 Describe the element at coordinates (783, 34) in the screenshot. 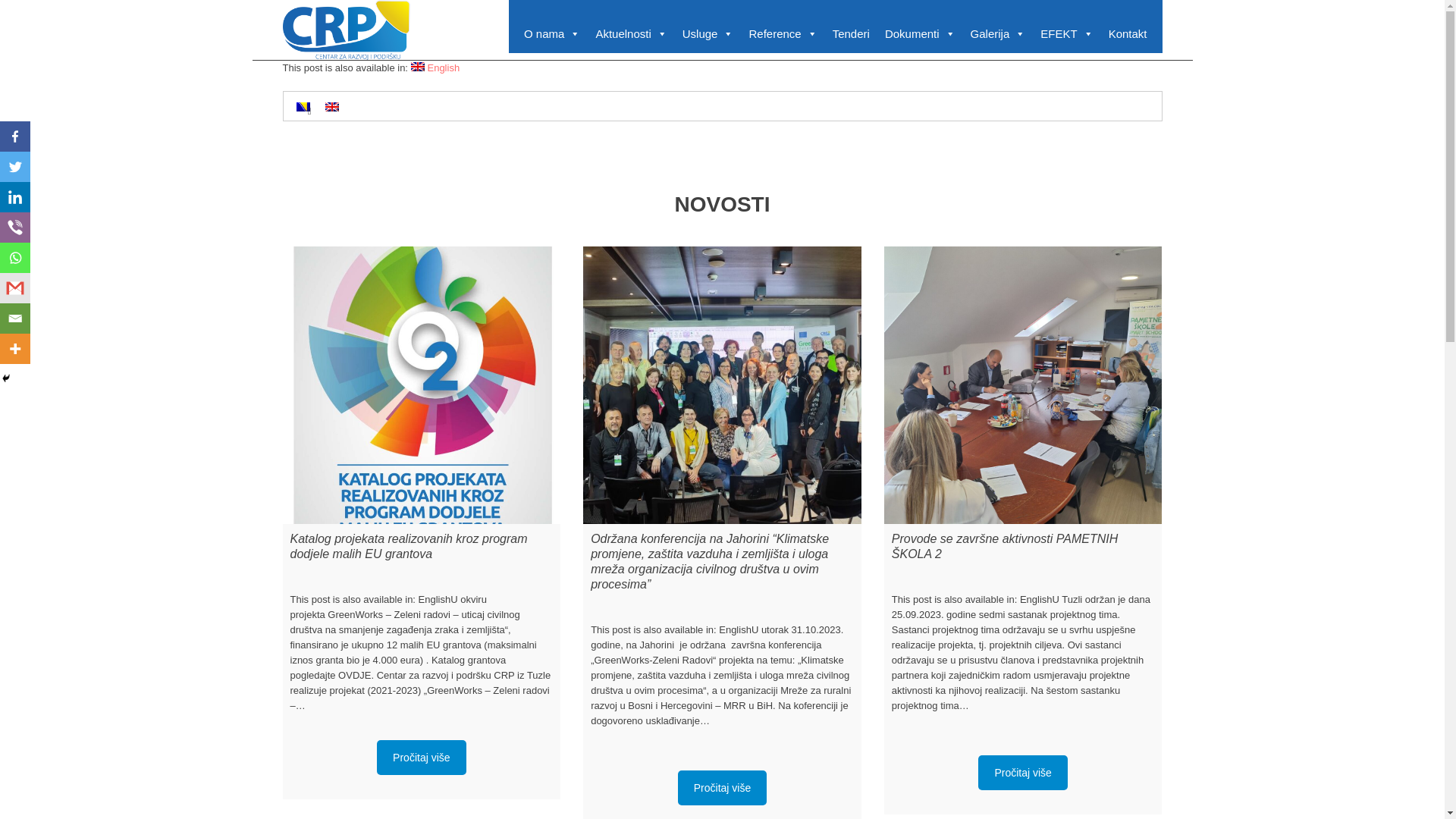

I see `'Reference'` at that location.